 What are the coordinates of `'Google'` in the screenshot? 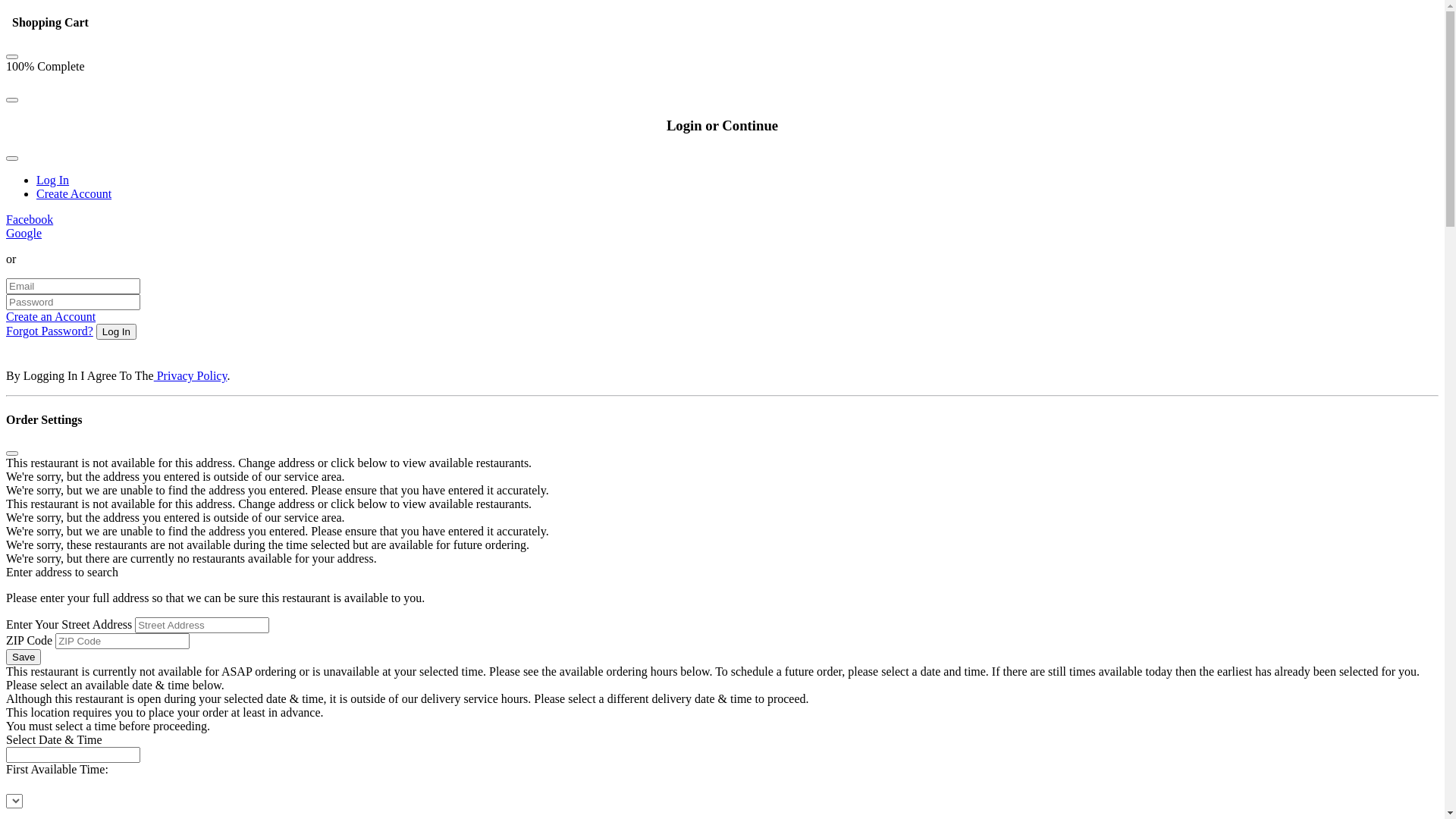 It's located at (6, 233).